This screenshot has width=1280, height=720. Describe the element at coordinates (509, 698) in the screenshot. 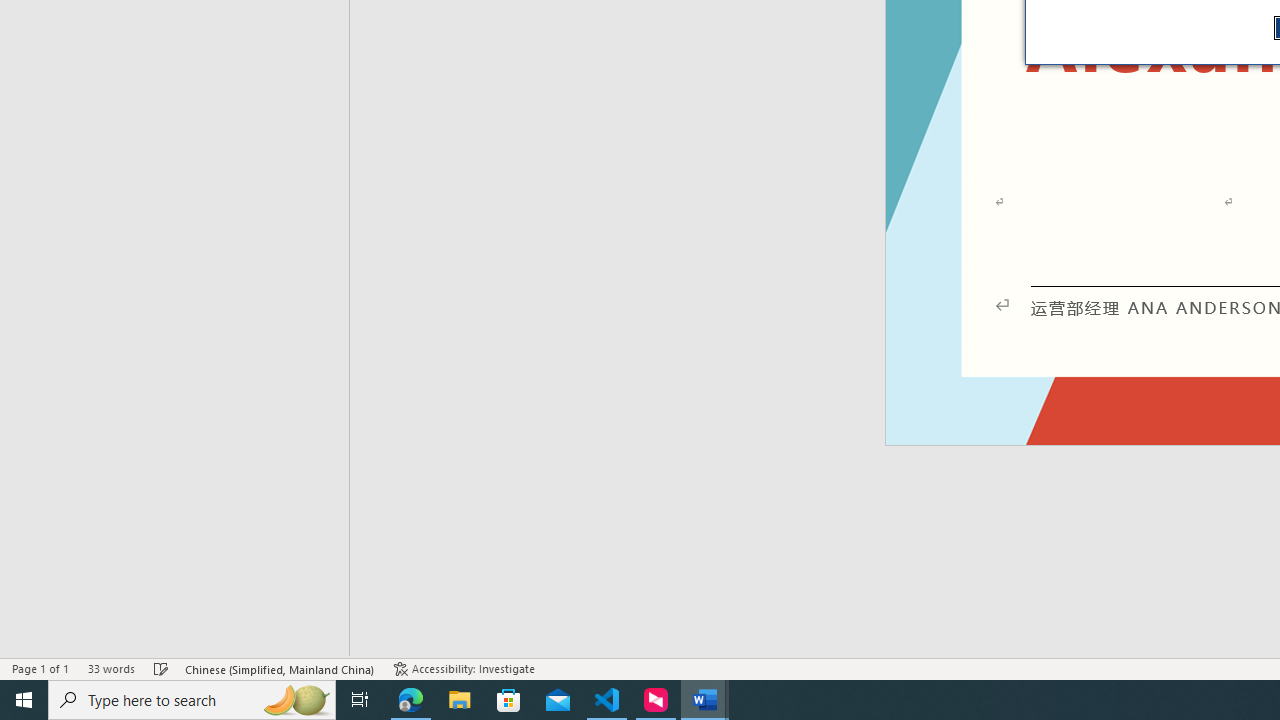

I see `'Microsoft Store'` at that location.